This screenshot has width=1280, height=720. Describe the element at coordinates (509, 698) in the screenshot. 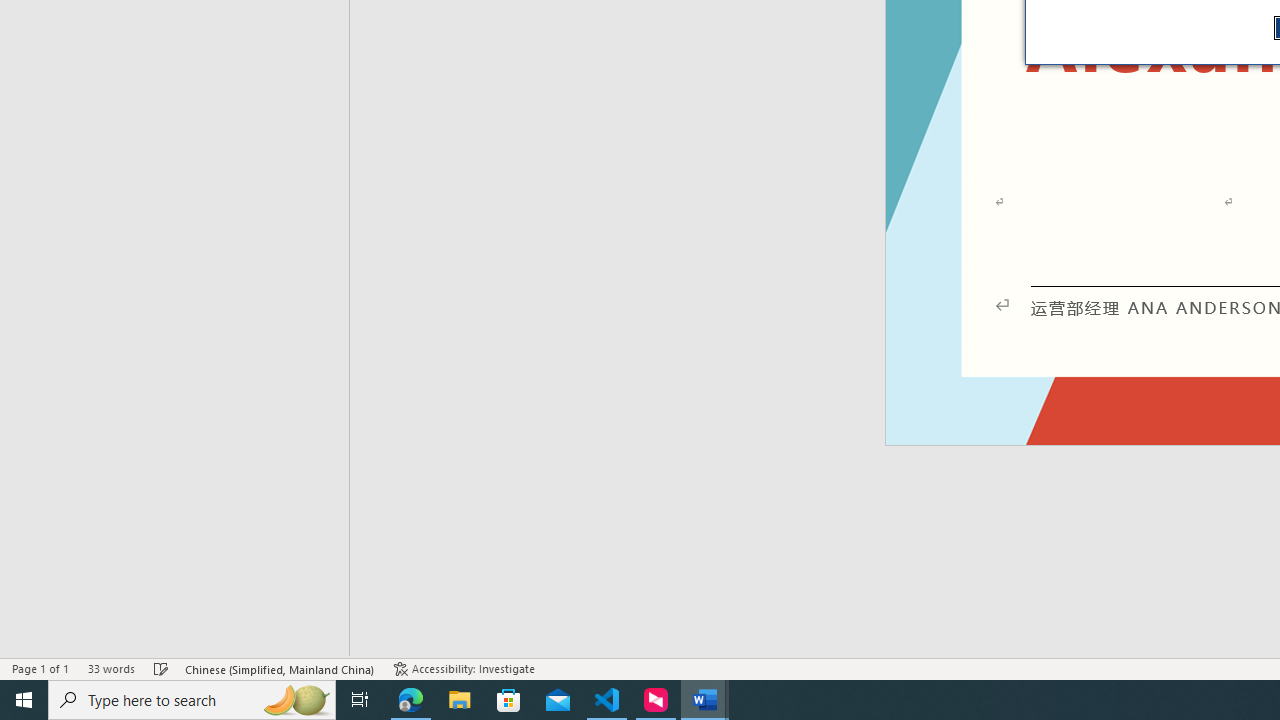

I see `'Microsoft Store'` at that location.